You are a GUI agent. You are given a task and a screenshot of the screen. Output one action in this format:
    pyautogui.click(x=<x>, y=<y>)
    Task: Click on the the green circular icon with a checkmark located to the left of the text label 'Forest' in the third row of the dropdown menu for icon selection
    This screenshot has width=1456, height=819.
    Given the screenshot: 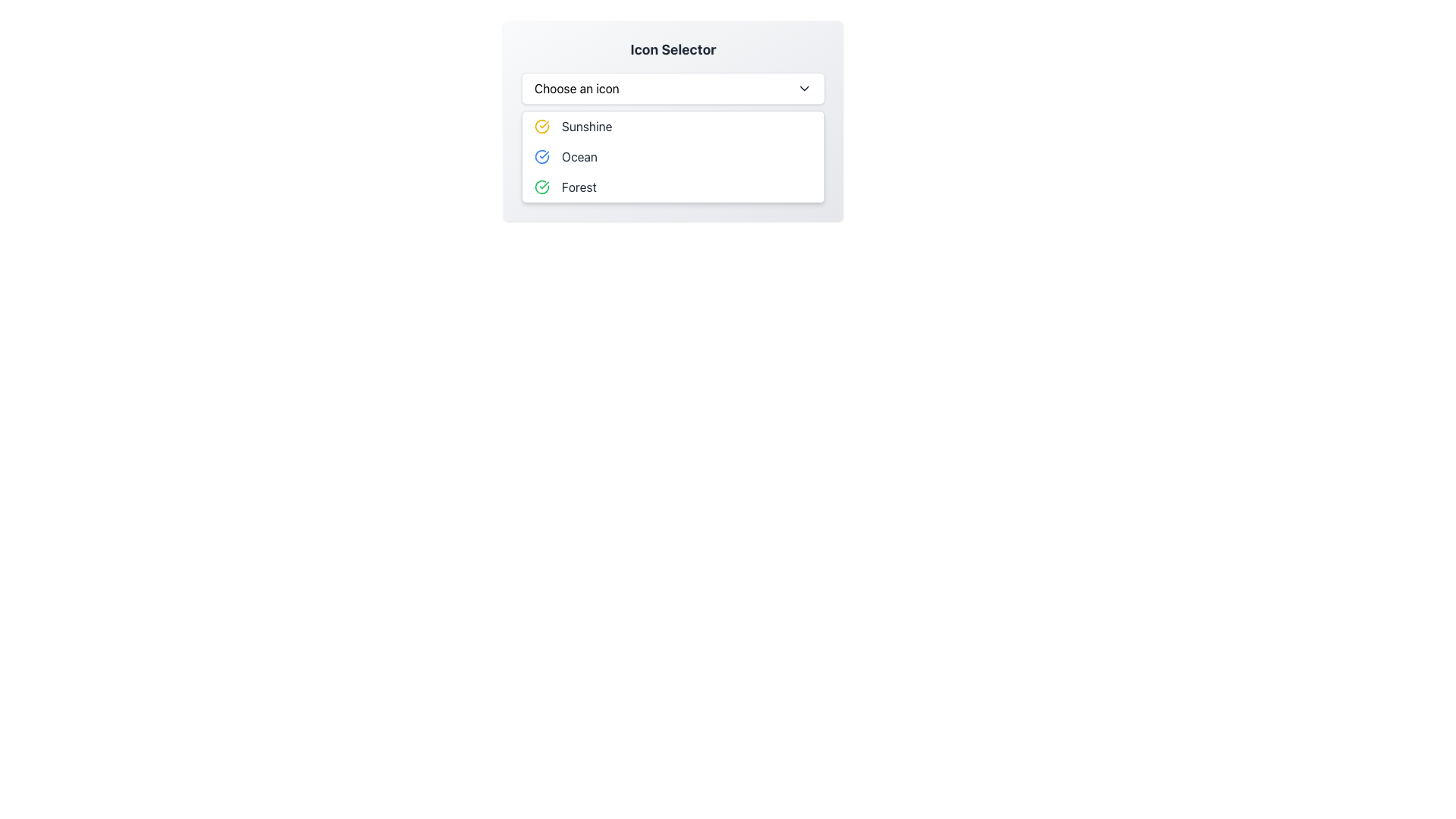 What is the action you would take?
    pyautogui.click(x=542, y=186)
    